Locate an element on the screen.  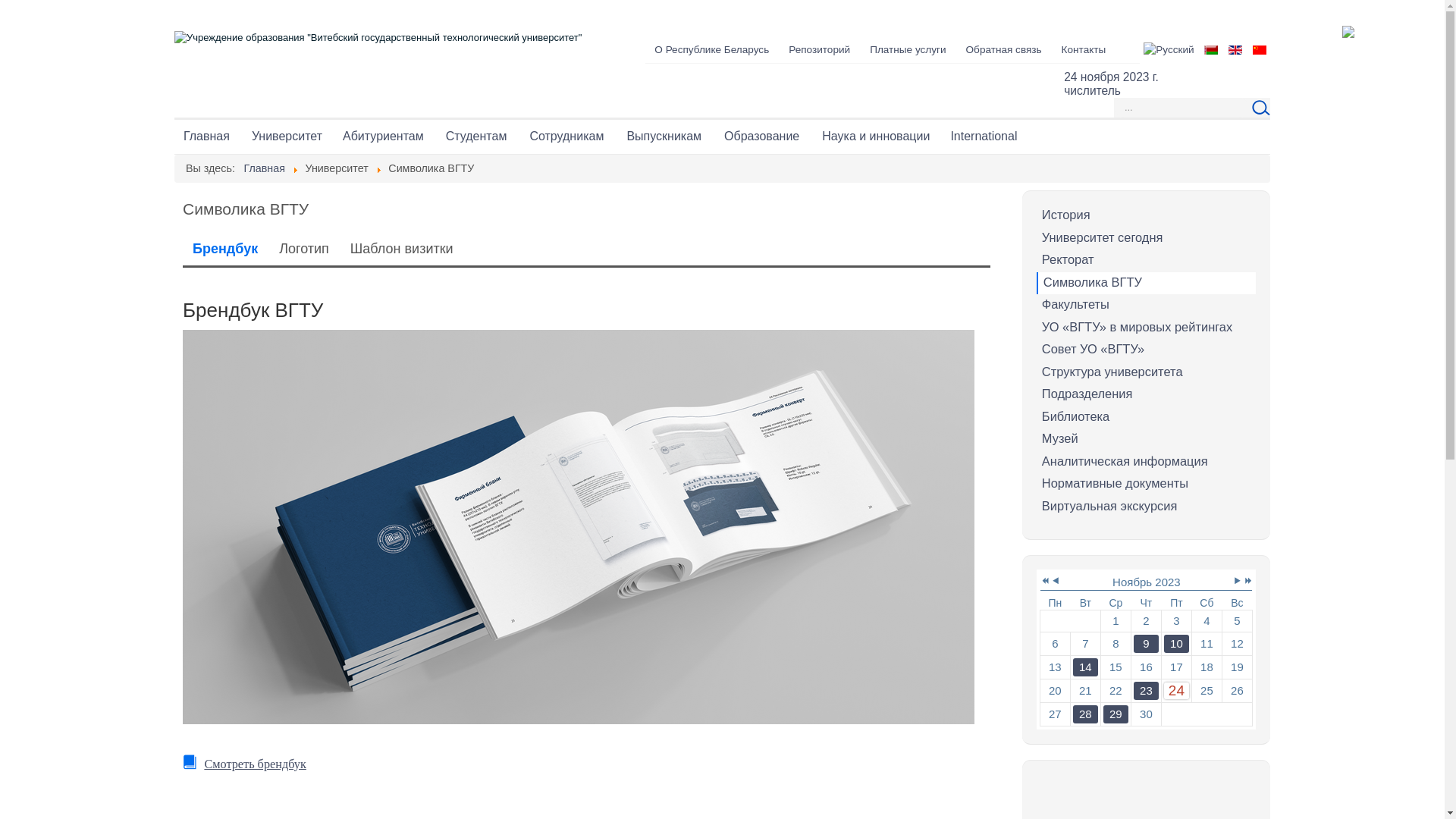
'10' is located at coordinates (1175, 643).